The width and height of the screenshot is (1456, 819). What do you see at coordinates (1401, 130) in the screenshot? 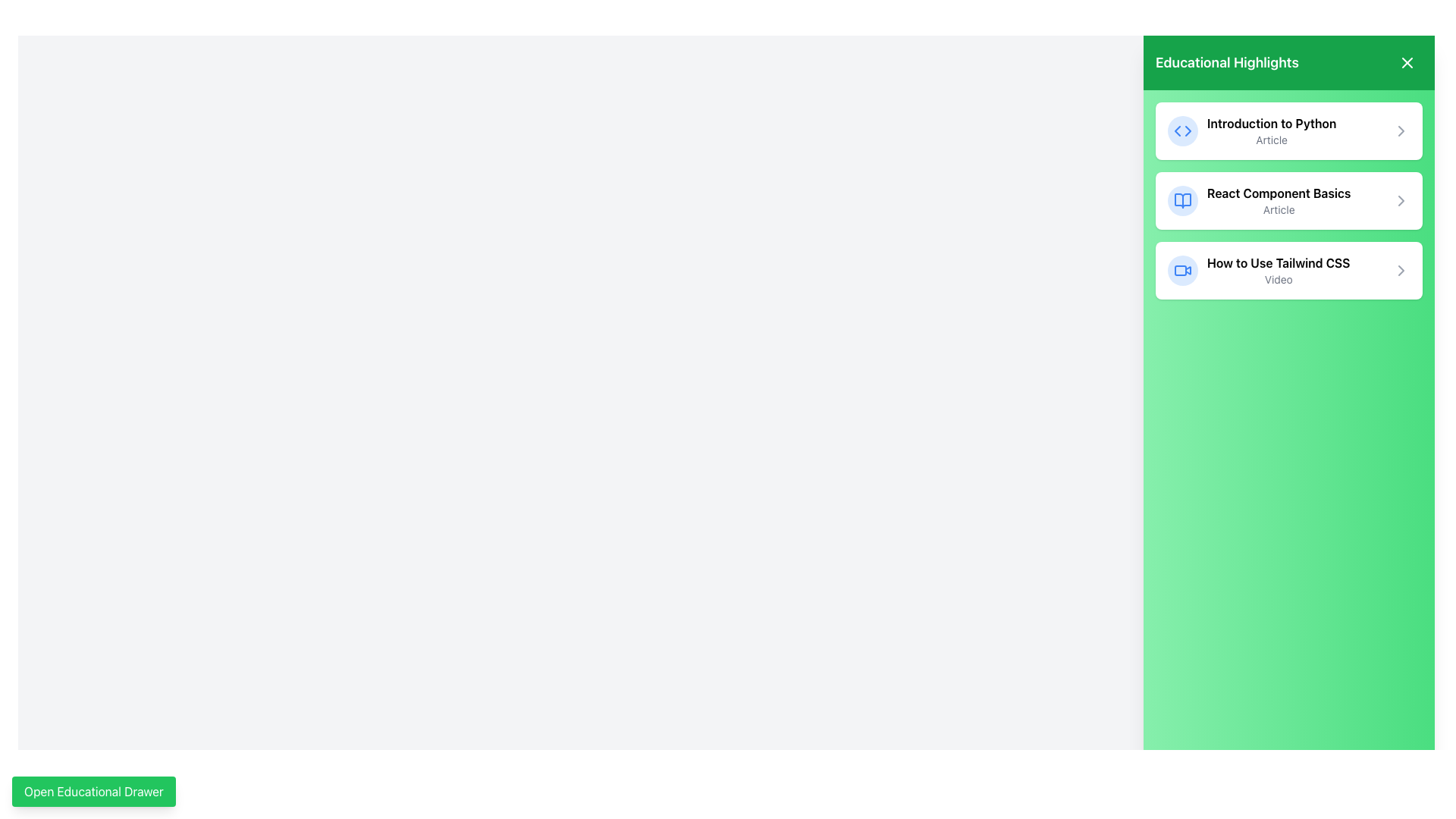
I see `the right-pointing chevron icon styled in light gray, which is positioned to denote actionability next to the text 'Introduction to Python'` at bounding box center [1401, 130].